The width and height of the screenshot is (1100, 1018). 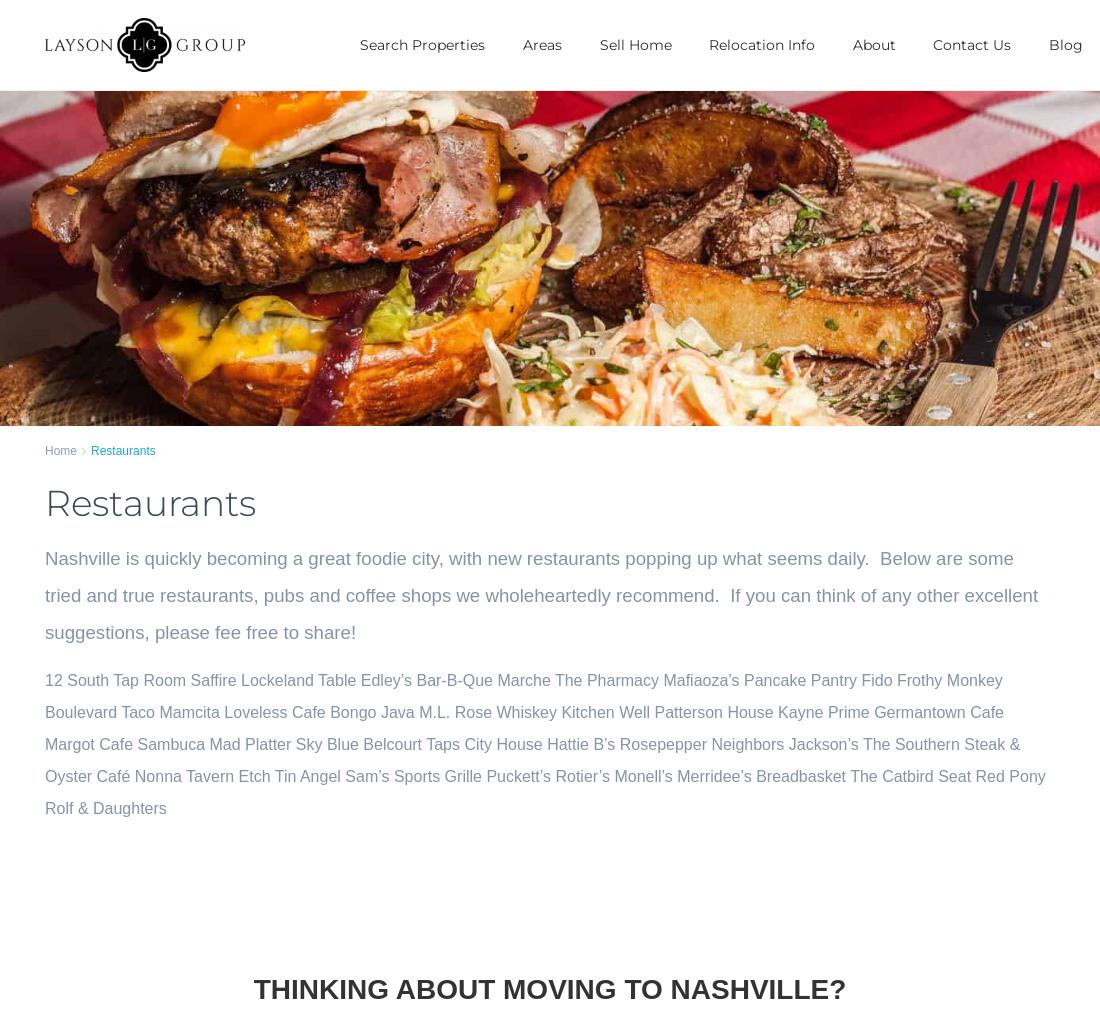 I want to click on '12 South Tap Room


Saffire


Lockeland Table




Edley’s Bar-B-Que


Marche


The Pharmacy




Mafiaoza’s


Pancake Pantry


Fido




Frothy Monkey


Boulevard


Taco Mamcita




Loveless Cafe


Bongo Java


M.L. Rose




Whiskey Kitchen


Well


Patterson House




Kayne Prime


Germantown Cafe


Margot Cafe




Sambuca


Mad Platter


Sky Blue




Belcourt Taps


City House


Hattie B’s




Rosepepper


Neighbors


Jackson’s




The Southern Steak & Oyster


Café Nonna


Tavern




Etch


Tin Angel


Sam’s Sports Grille




Puckett’s


Rotier’s


Monell’s




Merridee’s Breadbasket


The Catbird Seat





Red Pony


Rolf & Daughters', so click(x=545, y=742).